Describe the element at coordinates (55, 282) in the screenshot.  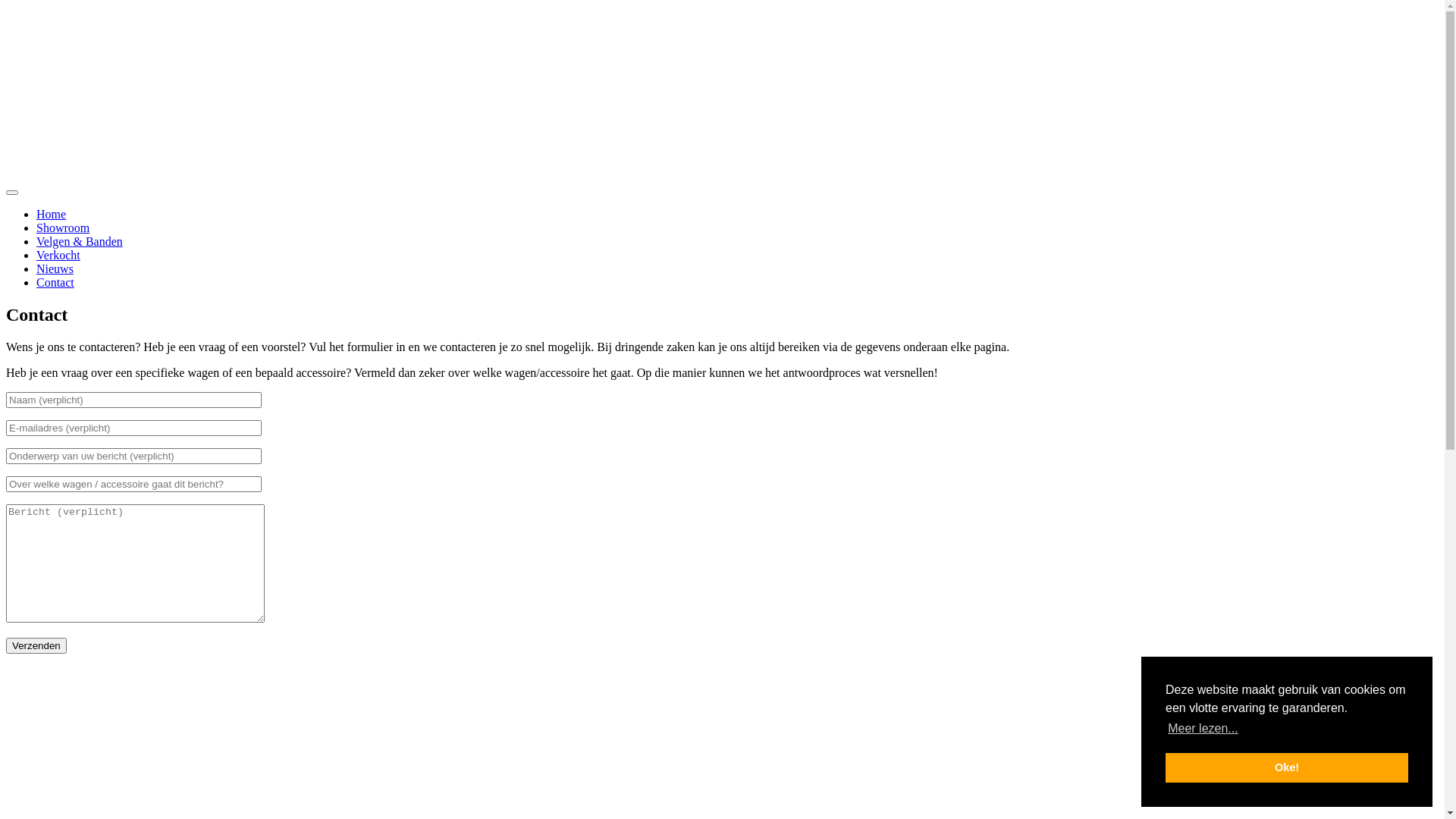
I see `'Contact'` at that location.